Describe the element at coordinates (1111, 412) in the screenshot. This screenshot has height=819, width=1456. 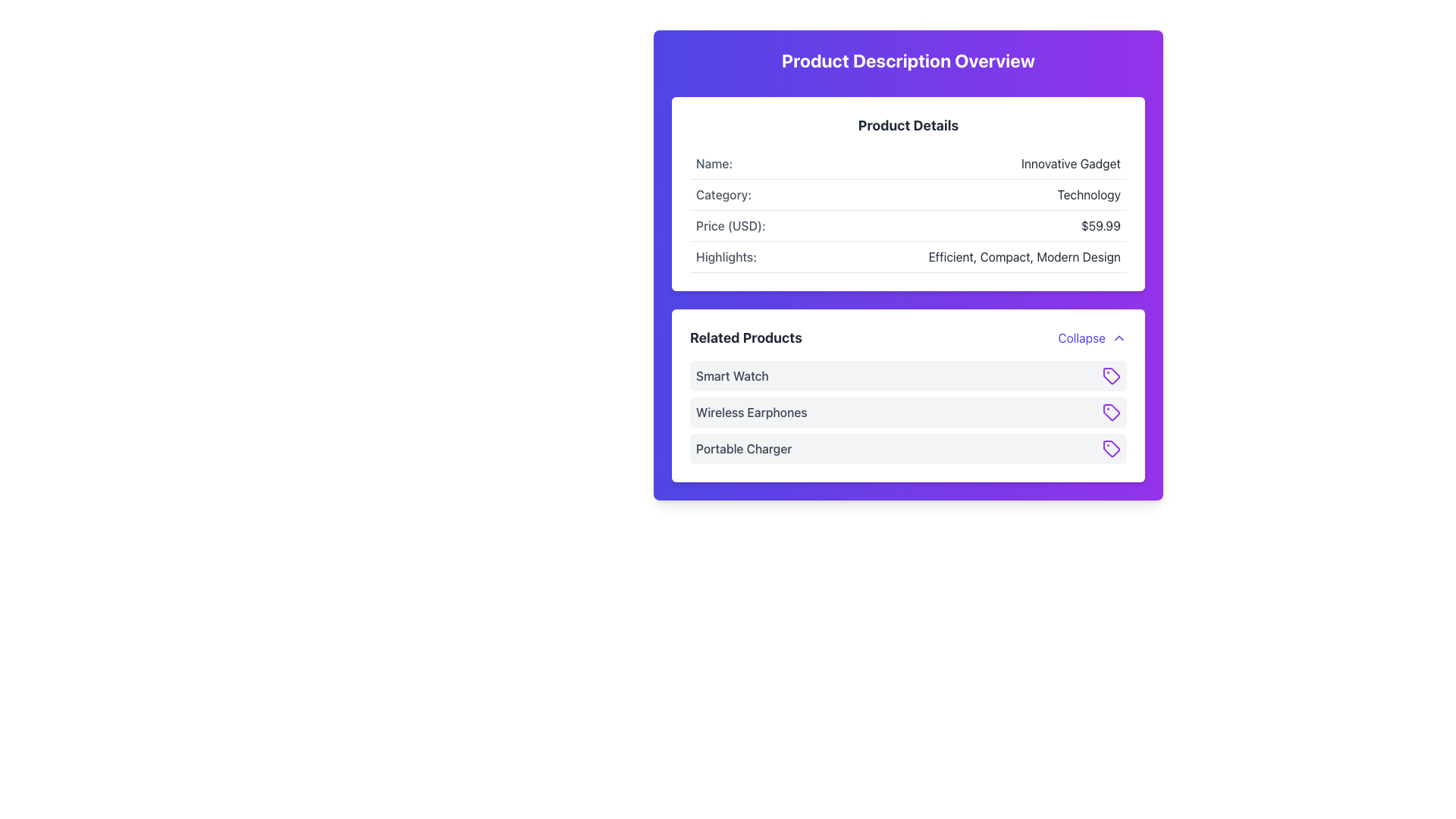
I see `the icon related to 'Wireless Earphones' in the 'Related Products' section` at that location.